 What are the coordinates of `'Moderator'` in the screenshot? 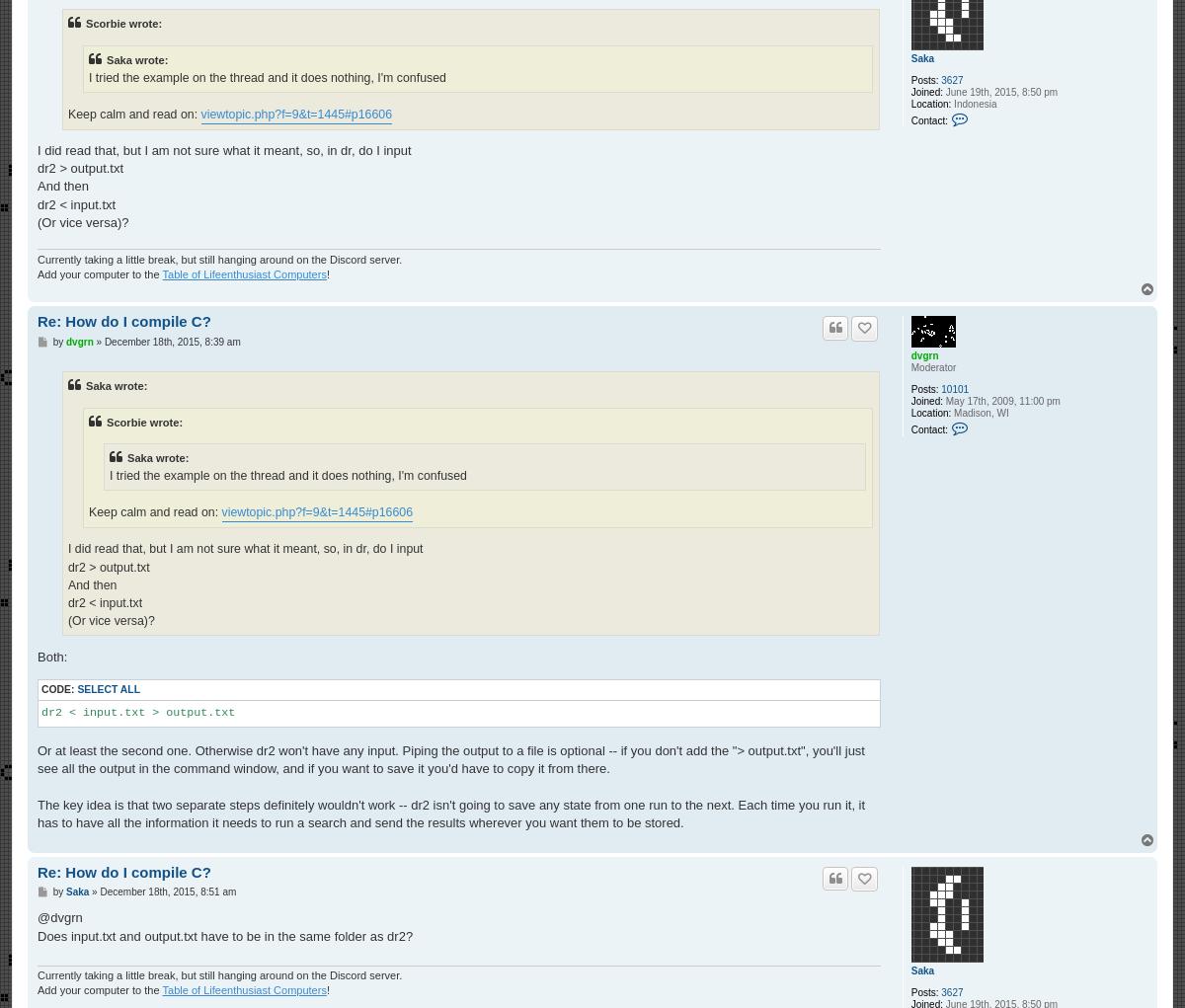 It's located at (933, 367).